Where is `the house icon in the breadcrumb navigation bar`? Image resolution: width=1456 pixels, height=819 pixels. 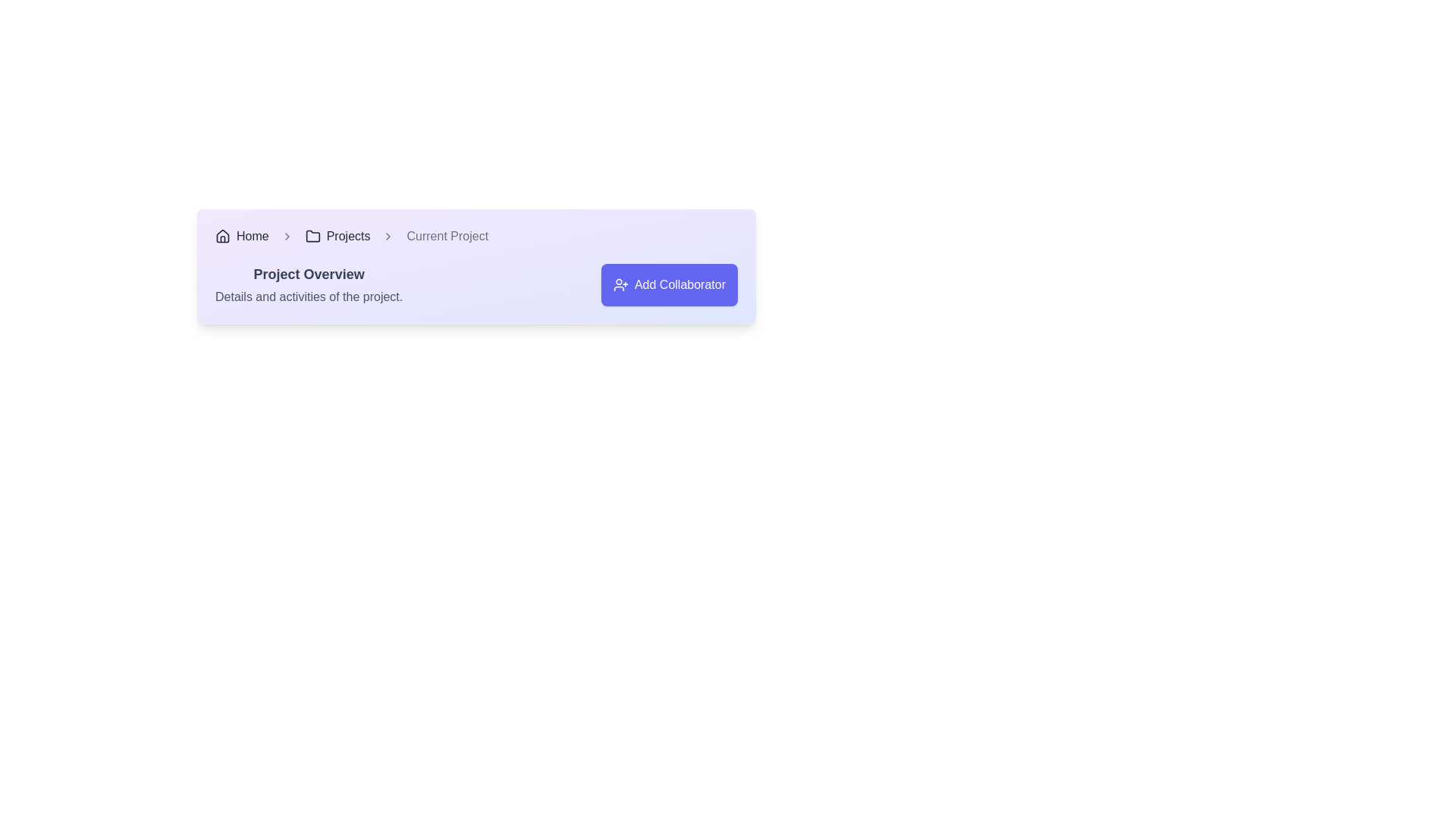 the house icon in the breadcrumb navigation bar is located at coordinates (221, 237).